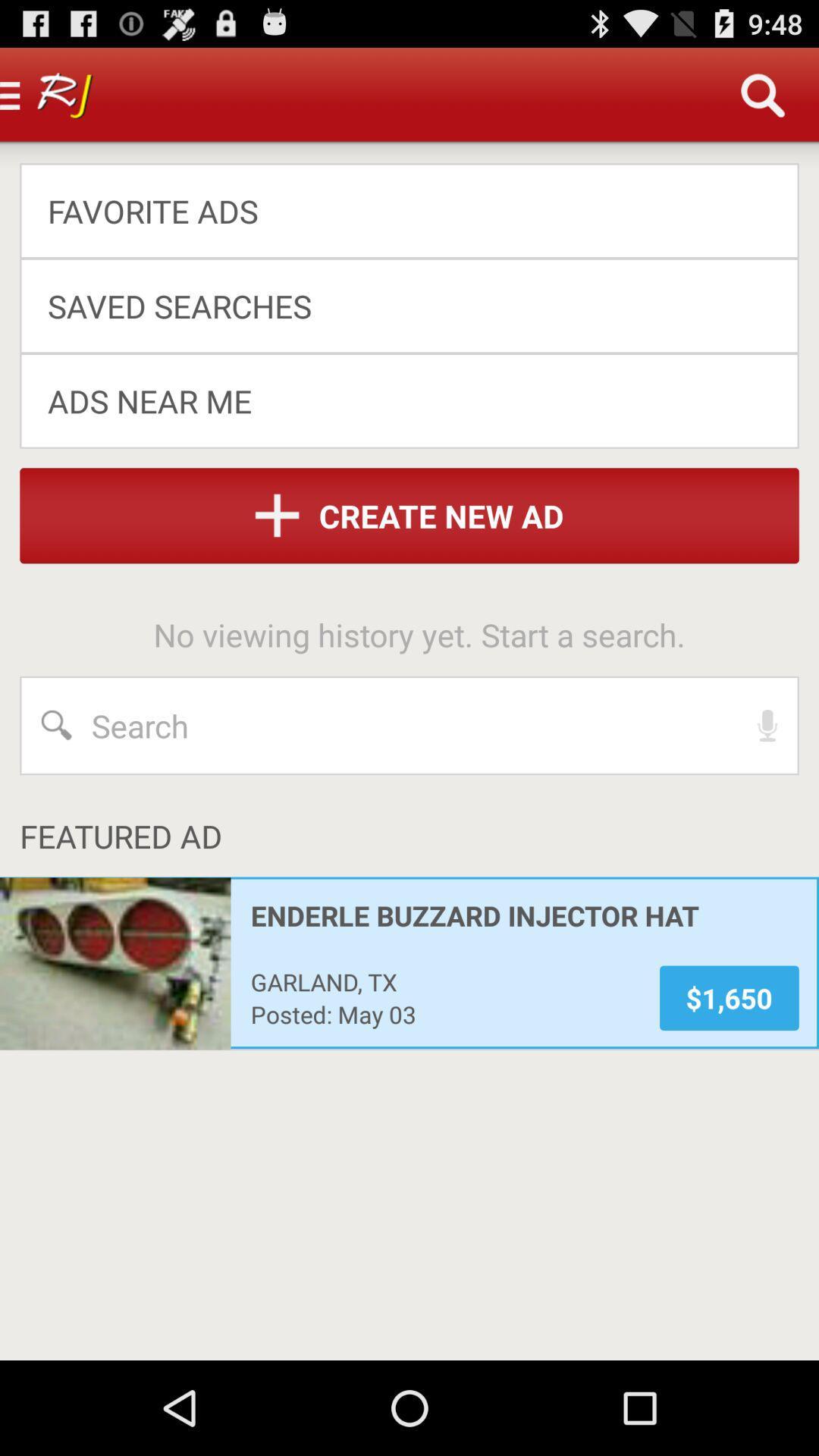 Image resolution: width=819 pixels, height=1456 pixels. I want to click on the item on the right, so click(767, 724).